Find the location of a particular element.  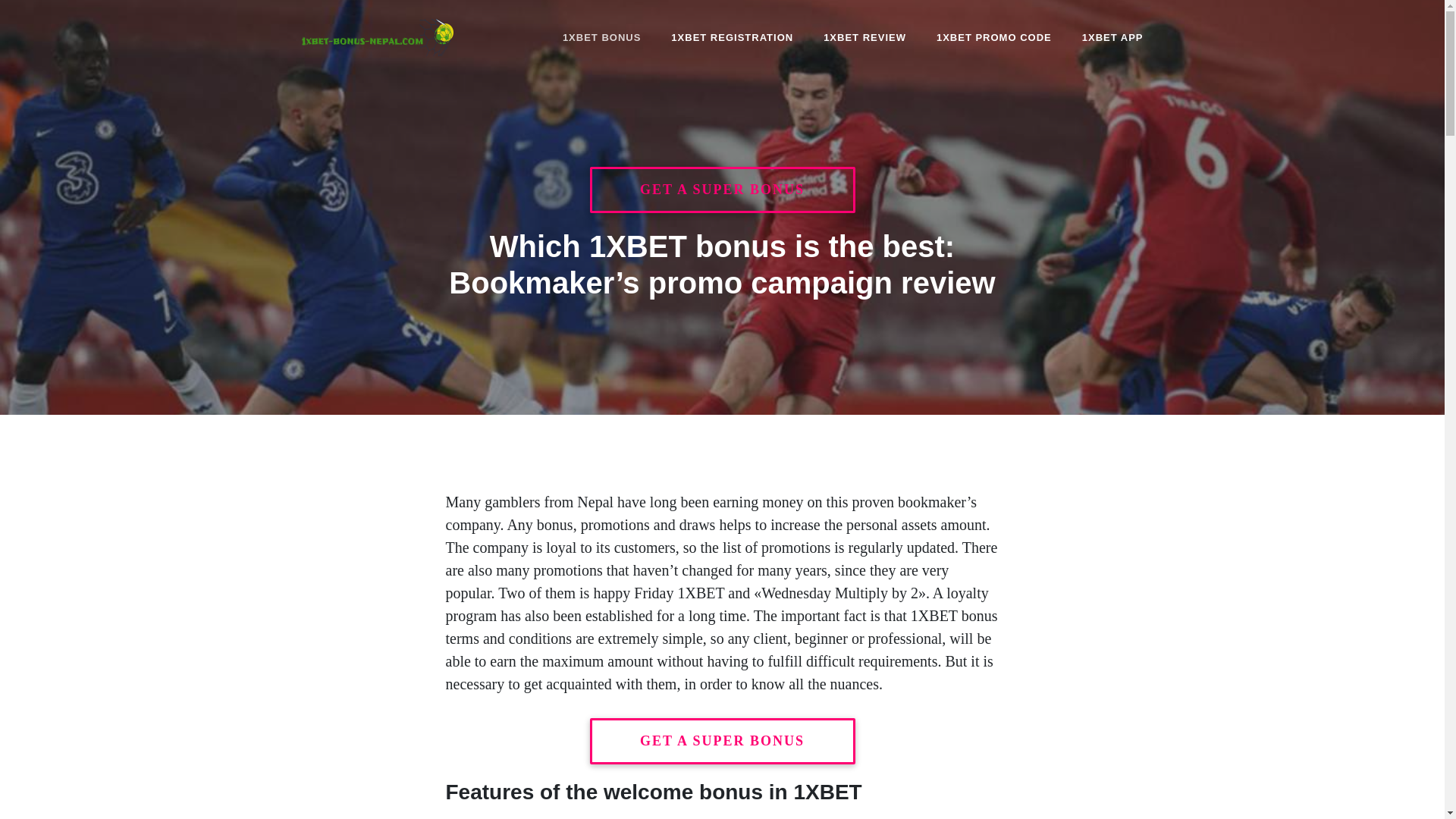

'GET A SUPER BONUS' is located at coordinates (722, 189).